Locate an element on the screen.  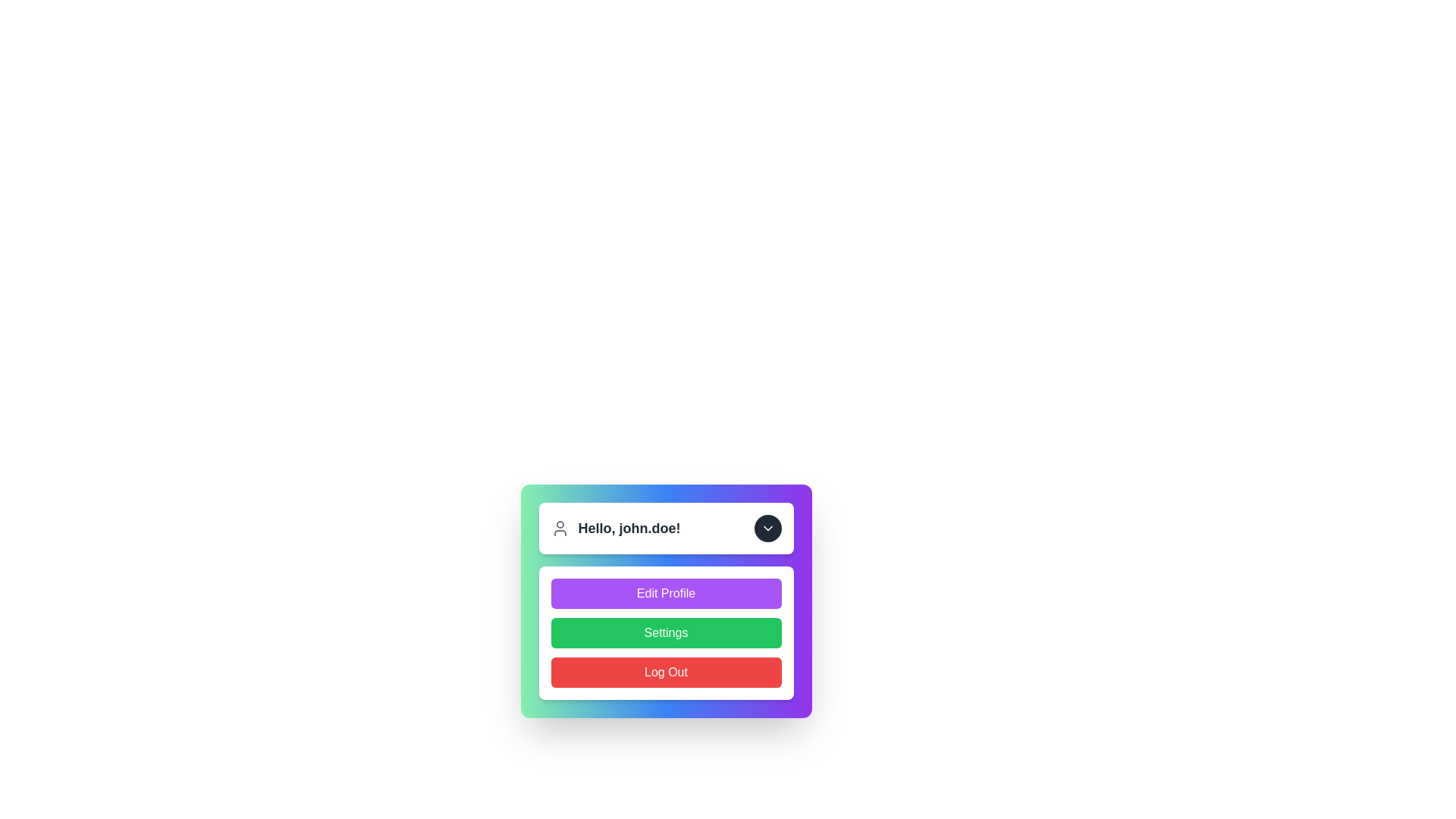
the profile edit button located directly below the greeting text 'Hello, john.doe!' is located at coordinates (666, 601).